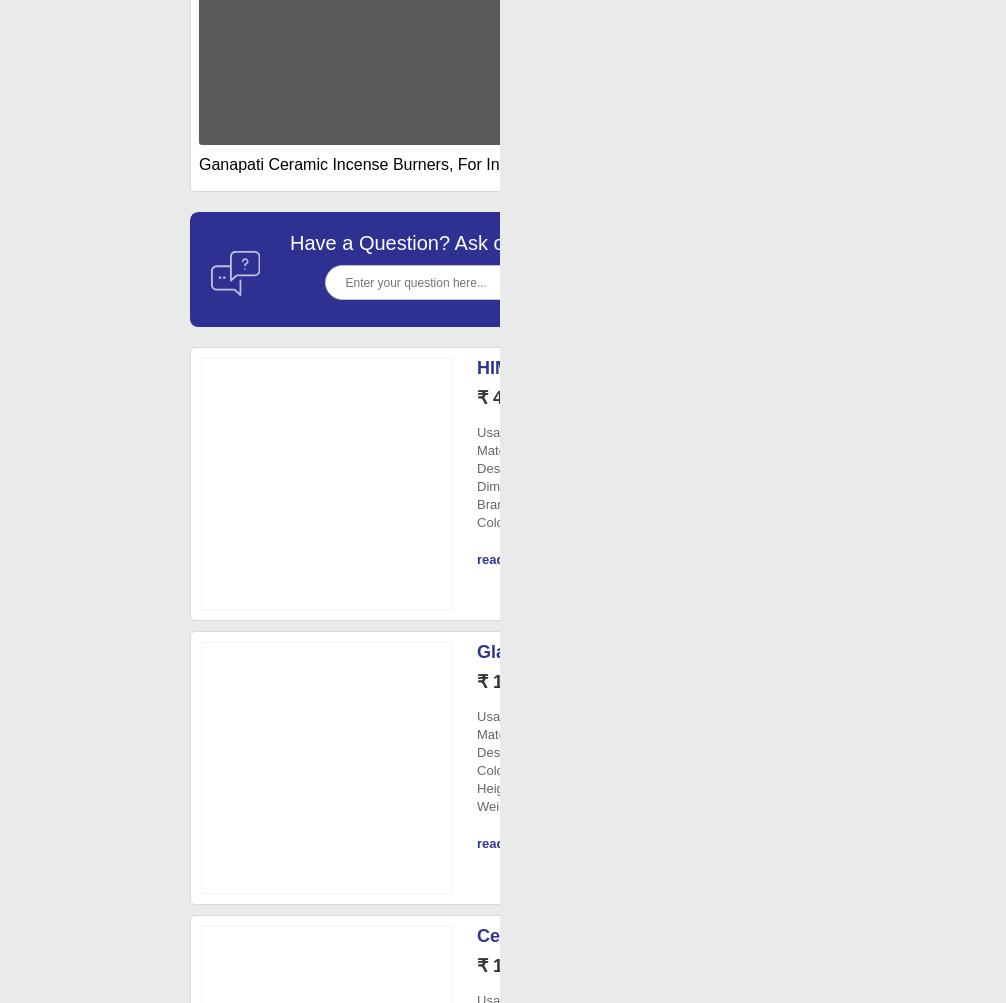 This screenshot has width=1006, height=1003. Describe the element at coordinates (570, 486) in the screenshot. I see `':  22*10 Cm'` at that location.